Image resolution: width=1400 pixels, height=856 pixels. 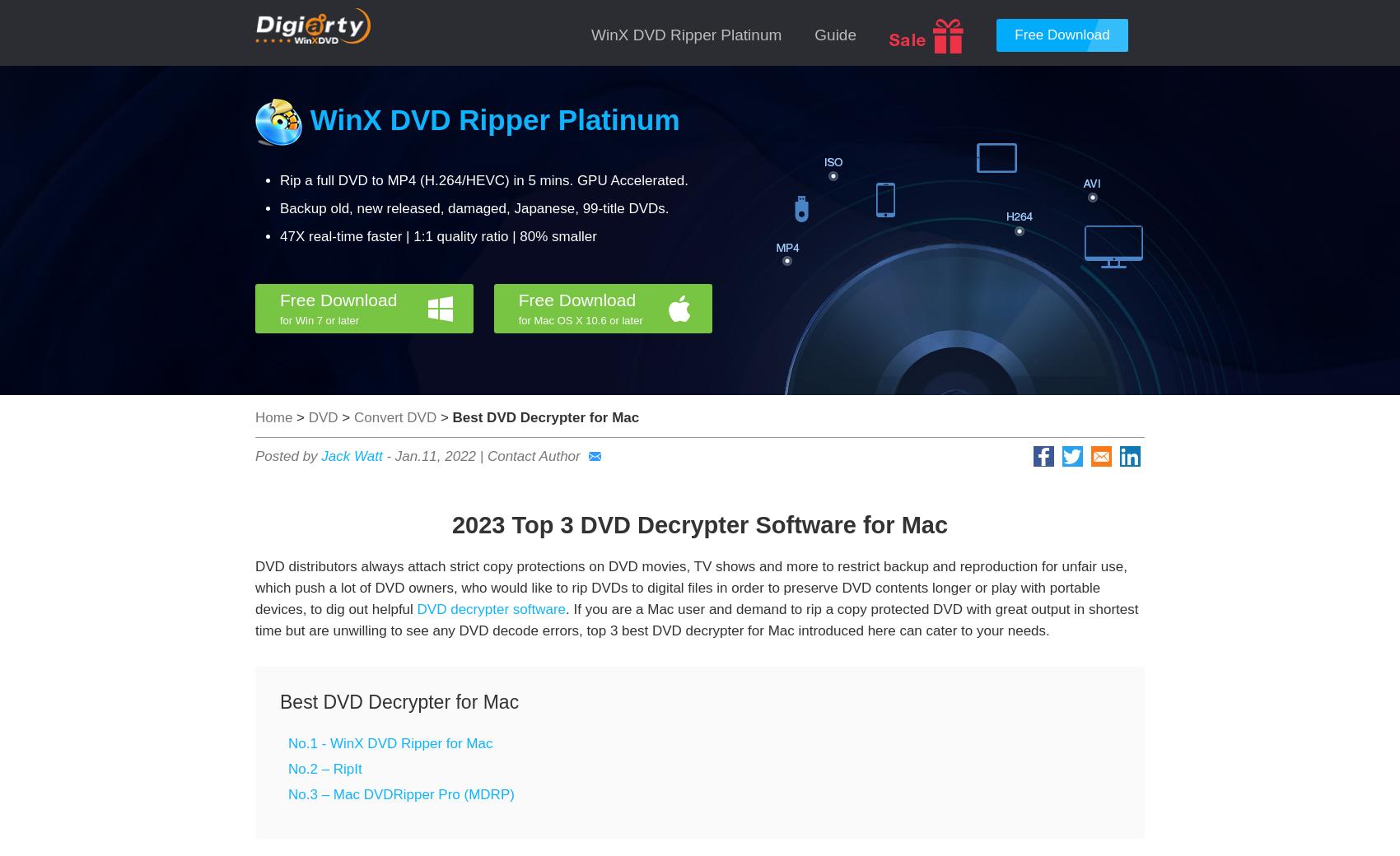 I want to click on 'Jack Watt', so click(x=320, y=455).